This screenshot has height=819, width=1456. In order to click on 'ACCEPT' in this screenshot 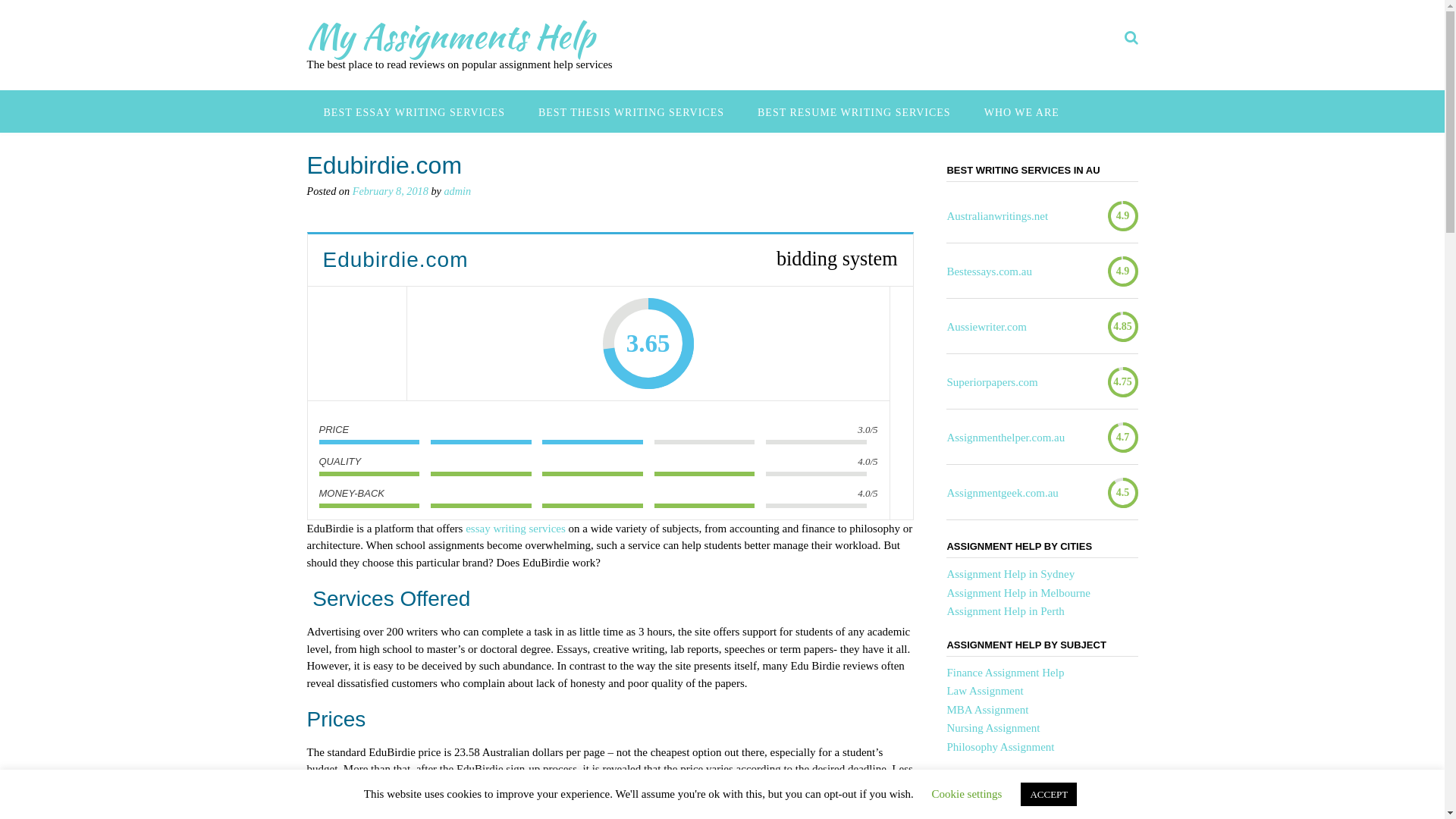, I will do `click(1020, 793)`.